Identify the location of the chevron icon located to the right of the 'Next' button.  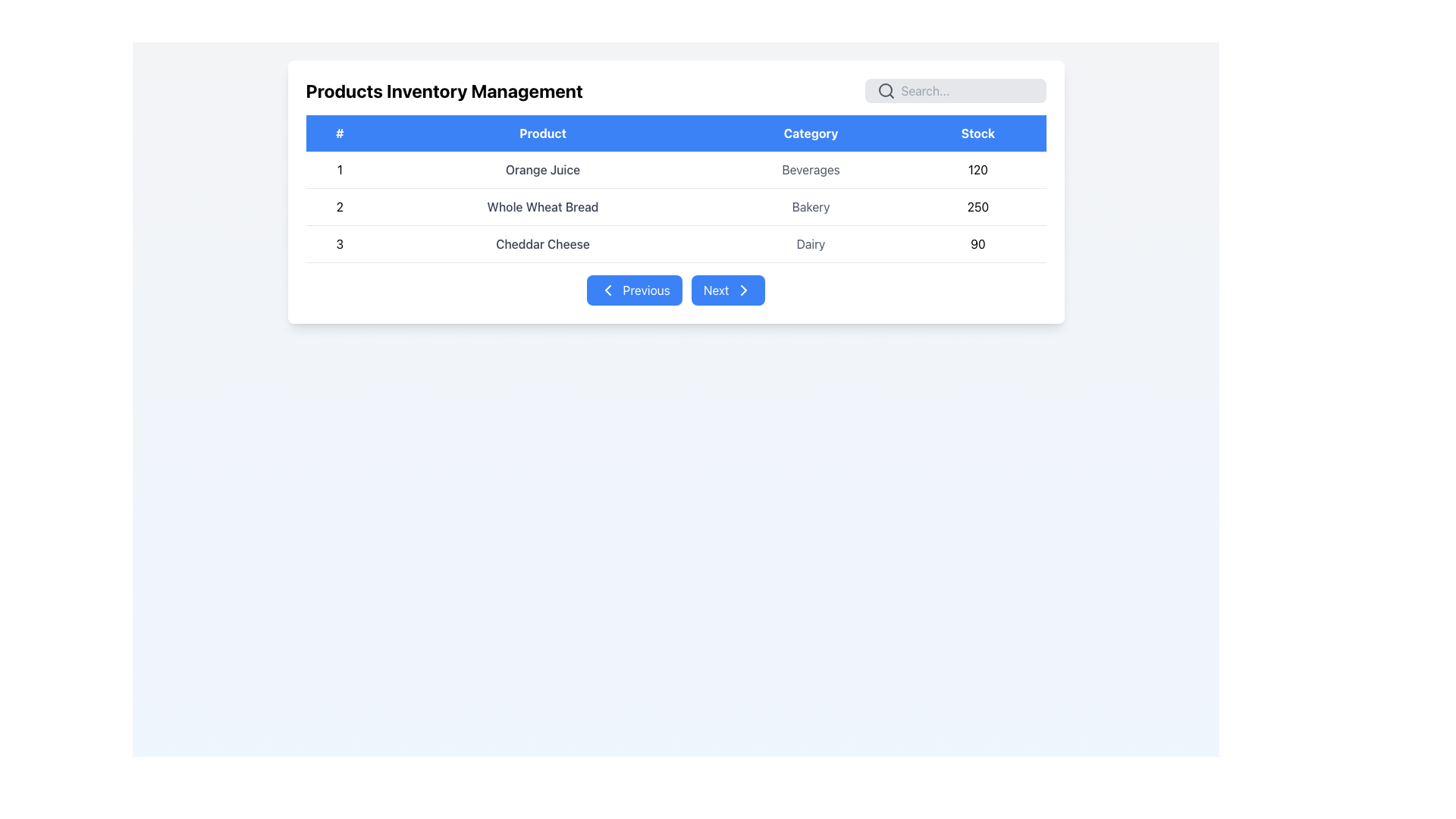
(744, 290).